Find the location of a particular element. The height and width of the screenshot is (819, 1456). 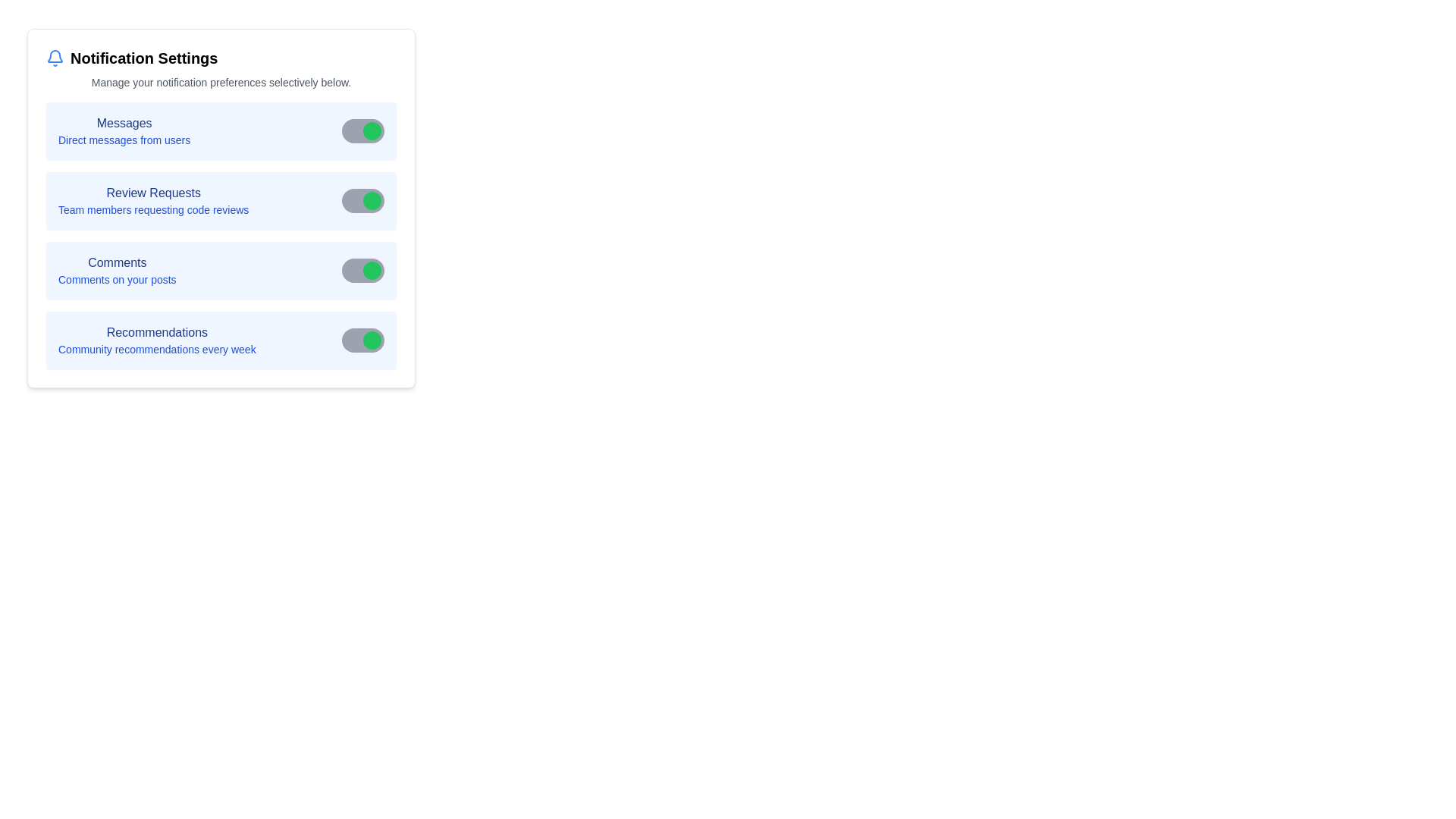

the toggle state of the 'Messages' interactive notification toggle card, which is the first card in the notification settings list is located at coordinates (221, 130).